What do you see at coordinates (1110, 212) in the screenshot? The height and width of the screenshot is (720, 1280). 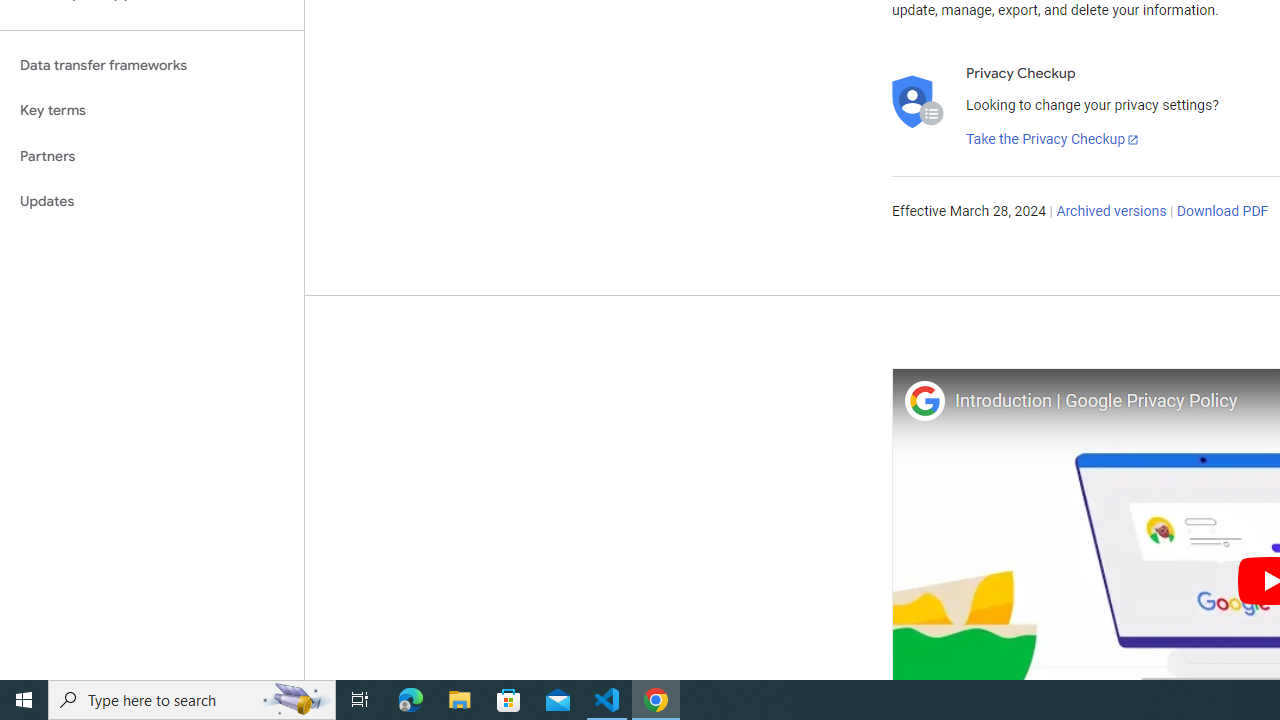 I see `'Archived versions'` at bounding box center [1110, 212].